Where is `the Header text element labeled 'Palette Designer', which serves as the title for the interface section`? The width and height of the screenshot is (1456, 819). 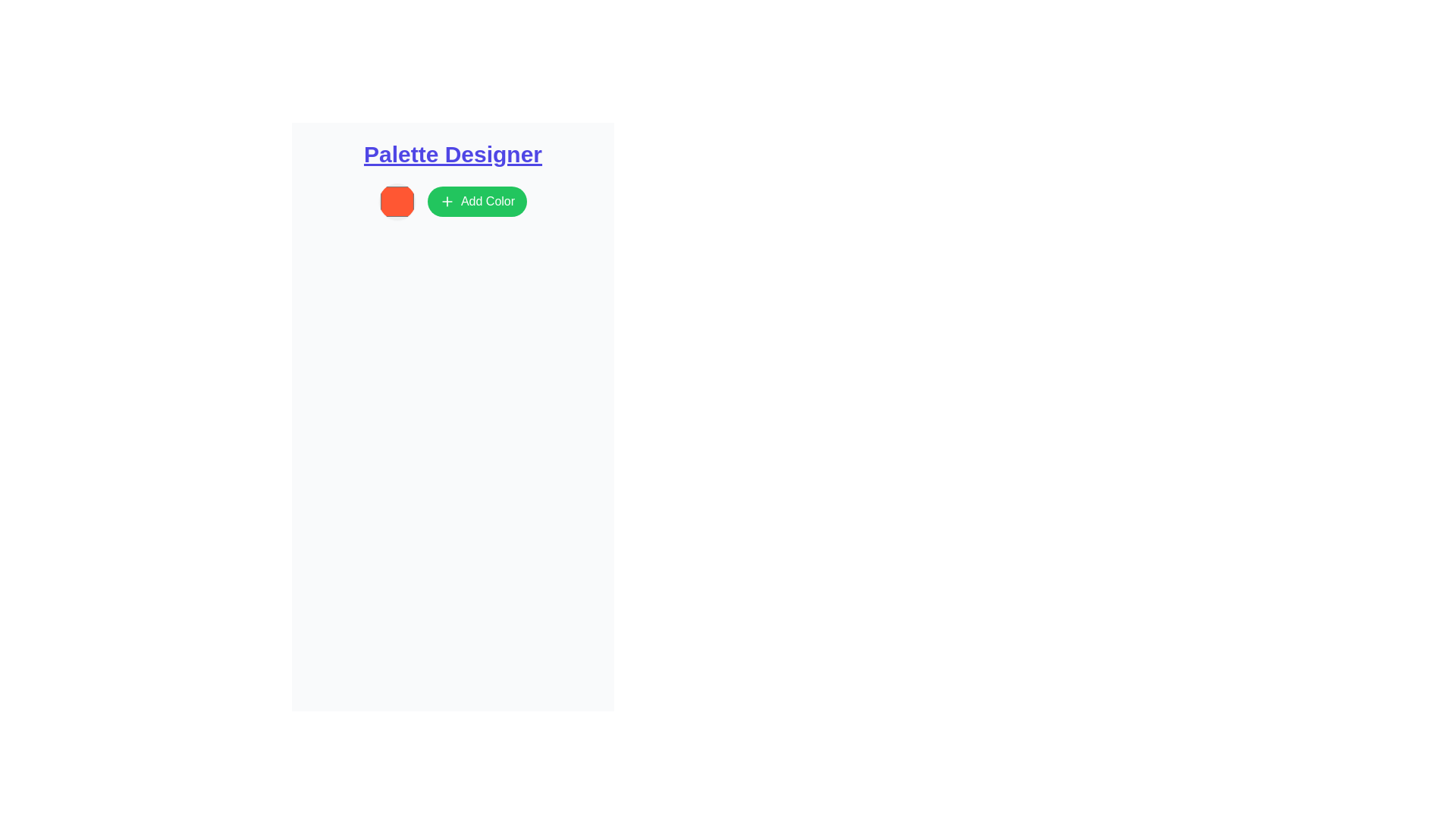
the Header text element labeled 'Palette Designer', which serves as the title for the interface section is located at coordinates (452, 155).